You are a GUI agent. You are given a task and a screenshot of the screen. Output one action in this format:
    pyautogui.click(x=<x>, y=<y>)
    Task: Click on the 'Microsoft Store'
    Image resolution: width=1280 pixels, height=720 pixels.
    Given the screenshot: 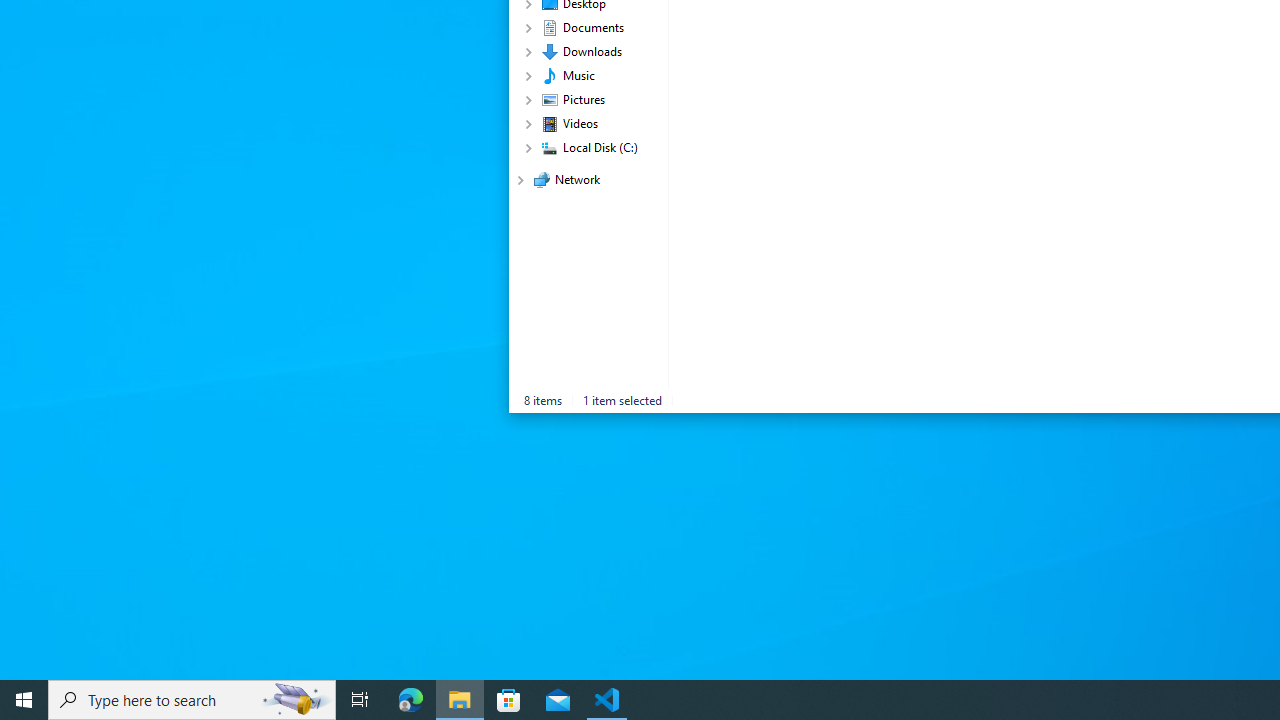 What is the action you would take?
    pyautogui.click(x=509, y=698)
    